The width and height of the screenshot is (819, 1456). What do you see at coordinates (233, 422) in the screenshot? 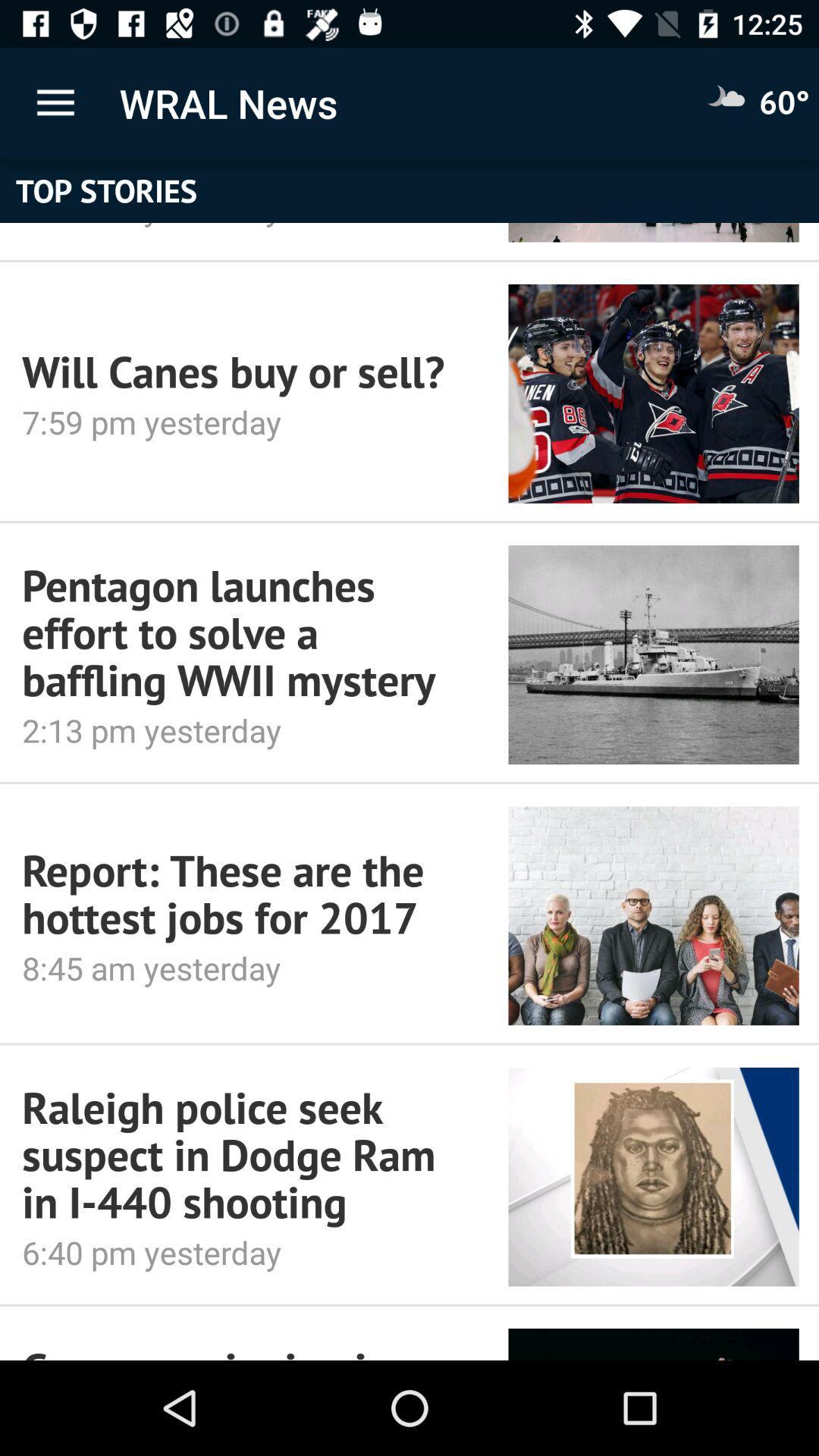
I see `7 59 pm` at bounding box center [233, 422].